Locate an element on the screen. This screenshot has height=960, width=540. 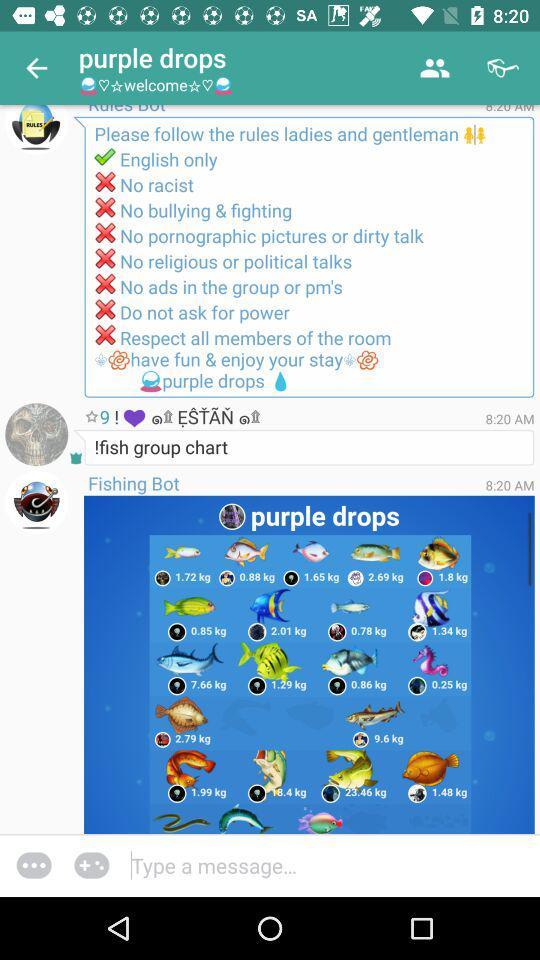
the more icon is located at coordinates (30, 864).